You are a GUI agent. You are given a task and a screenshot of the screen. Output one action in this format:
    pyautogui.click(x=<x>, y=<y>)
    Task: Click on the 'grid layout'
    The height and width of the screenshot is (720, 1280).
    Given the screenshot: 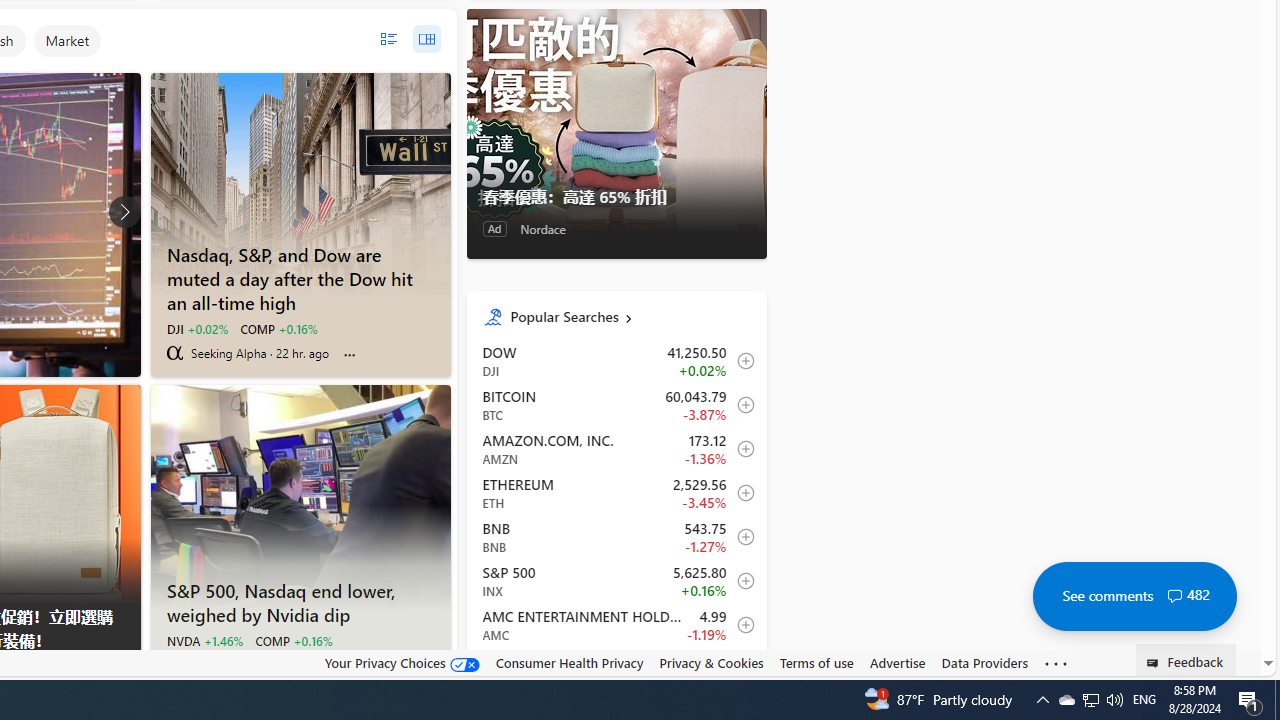 What is the action you would take?
    pyautogui.click(x=425, y=39)
    